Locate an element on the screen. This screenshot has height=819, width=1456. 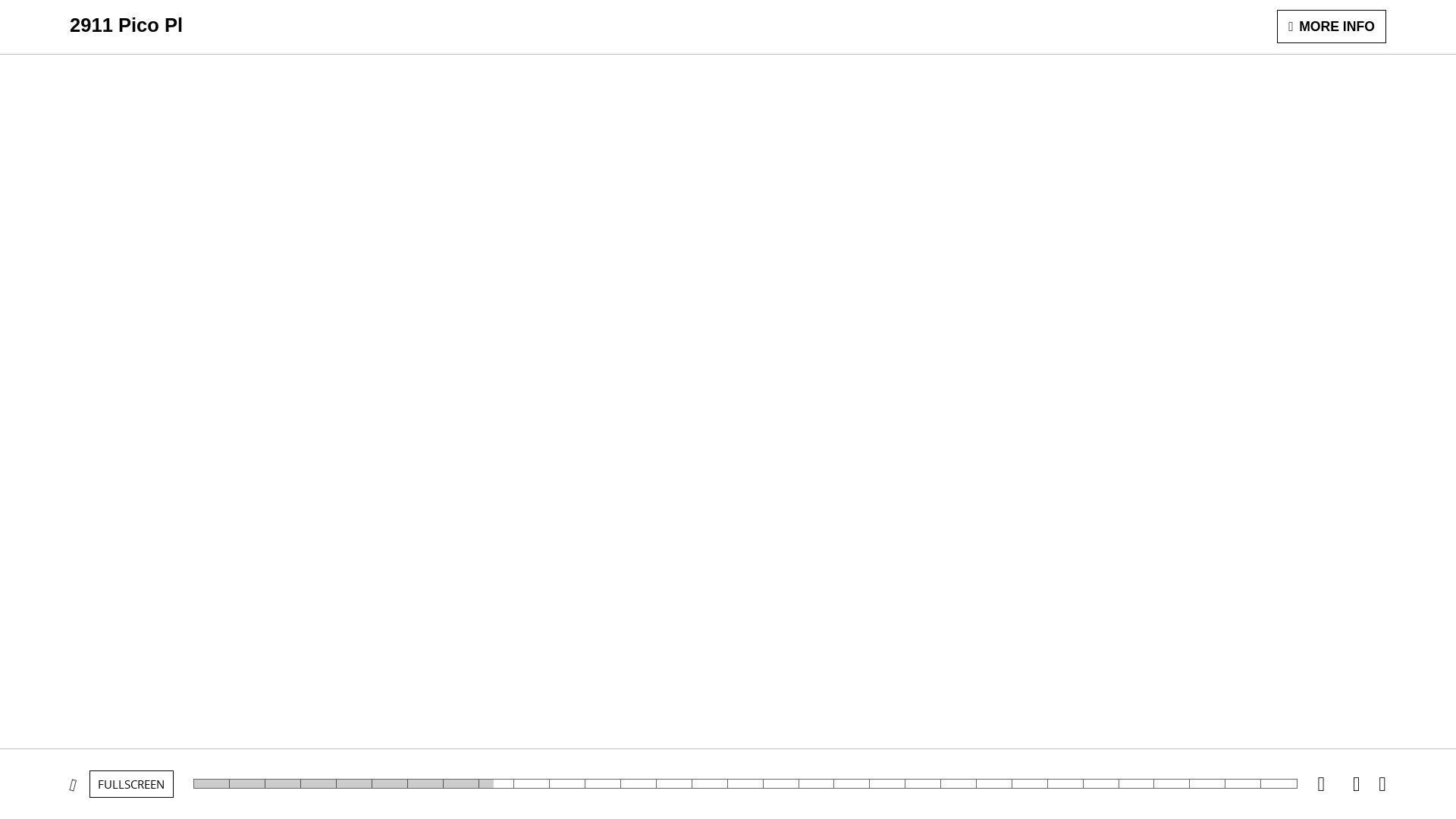
'MORE INFO' is located at coordinates (1331, 26).